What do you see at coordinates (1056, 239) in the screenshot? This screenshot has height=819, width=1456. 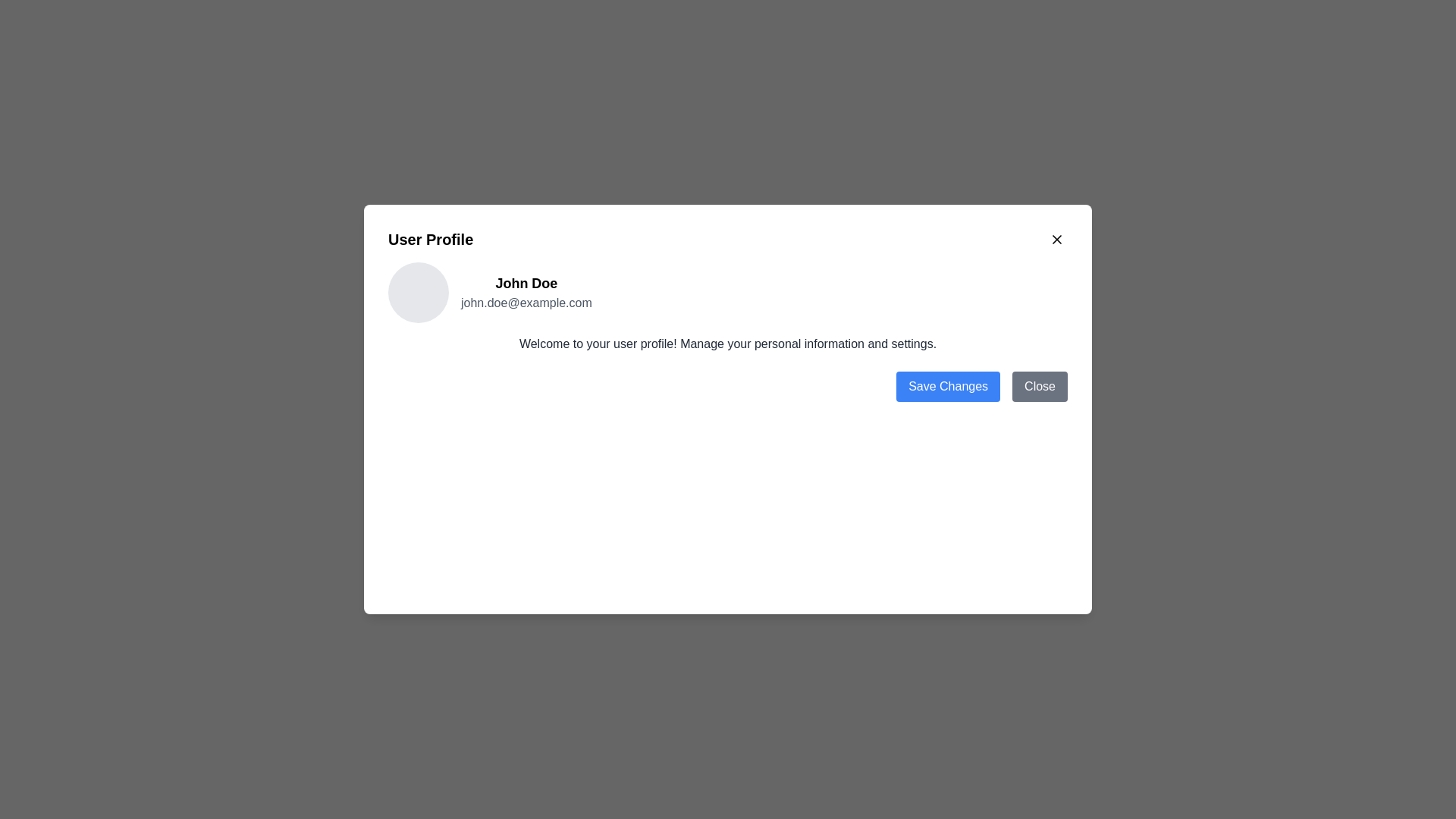 I see `the close button, which is a small cross (X) icon located in the top-right corner of the modal dialog` at bounding box center [1056, 239].